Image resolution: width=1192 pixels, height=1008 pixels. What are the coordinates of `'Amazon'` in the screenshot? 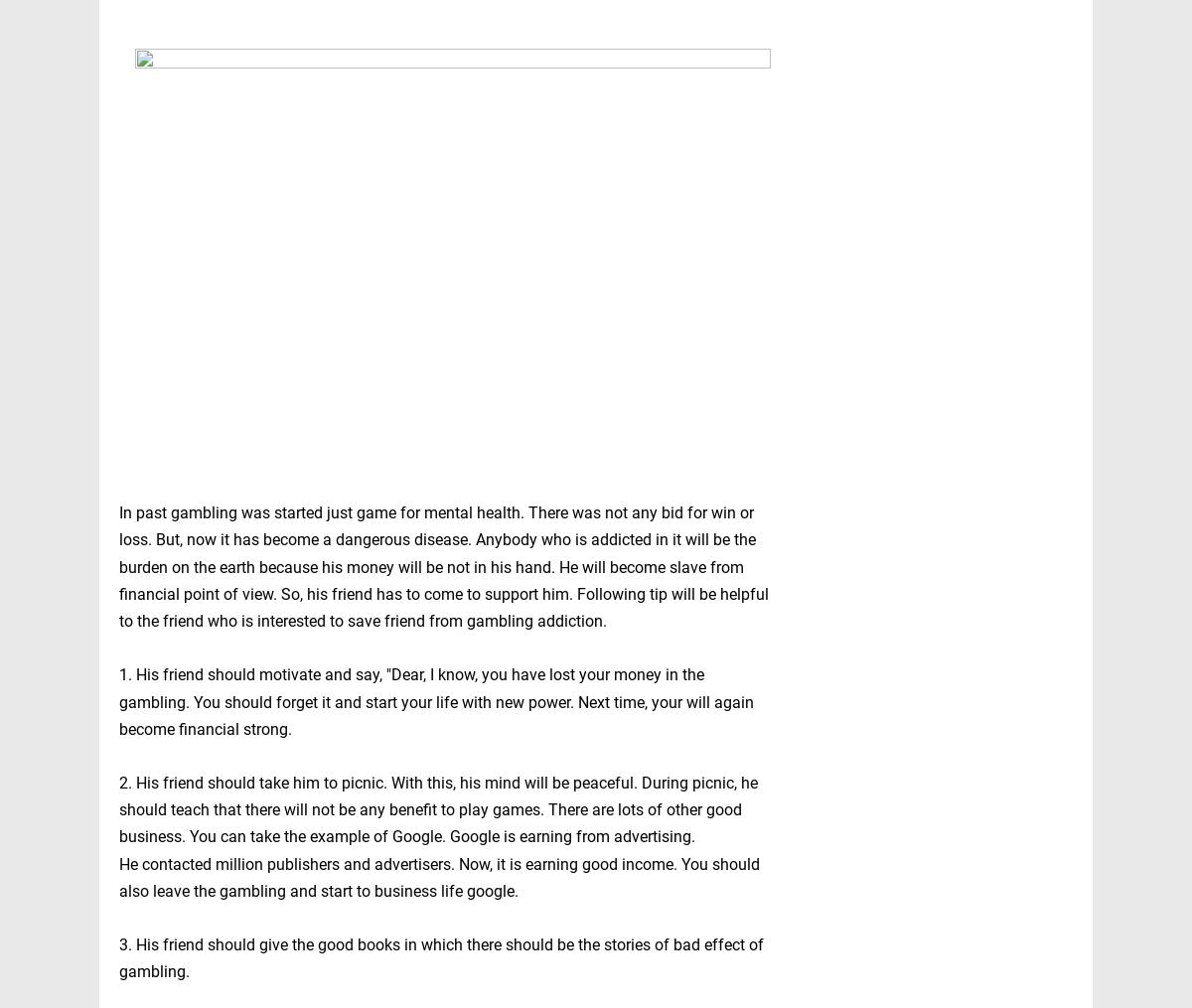 It's located at (883, 964).